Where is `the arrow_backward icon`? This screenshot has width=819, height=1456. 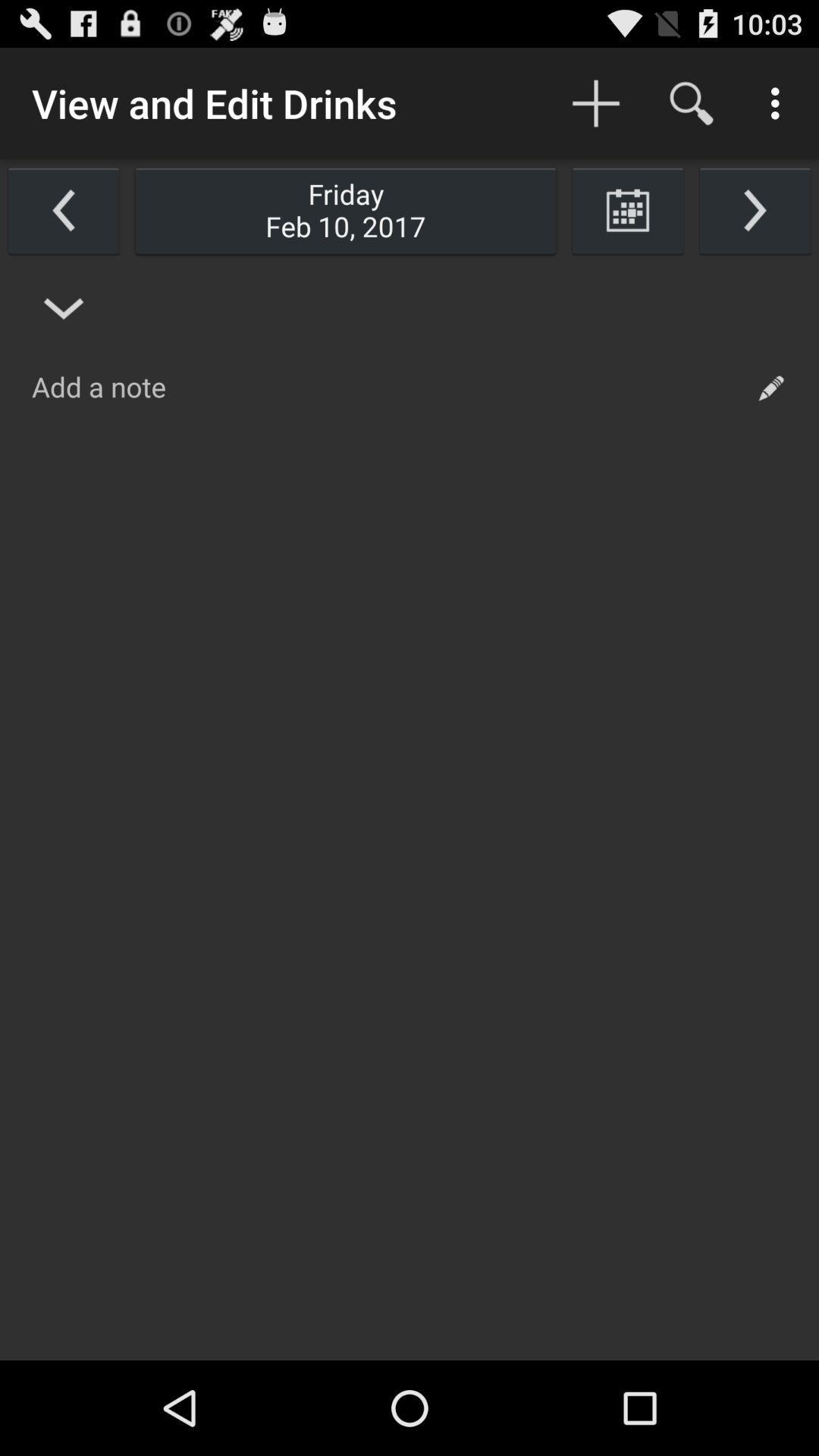
the arrow_backward icon is located at coordinates (63, 224).